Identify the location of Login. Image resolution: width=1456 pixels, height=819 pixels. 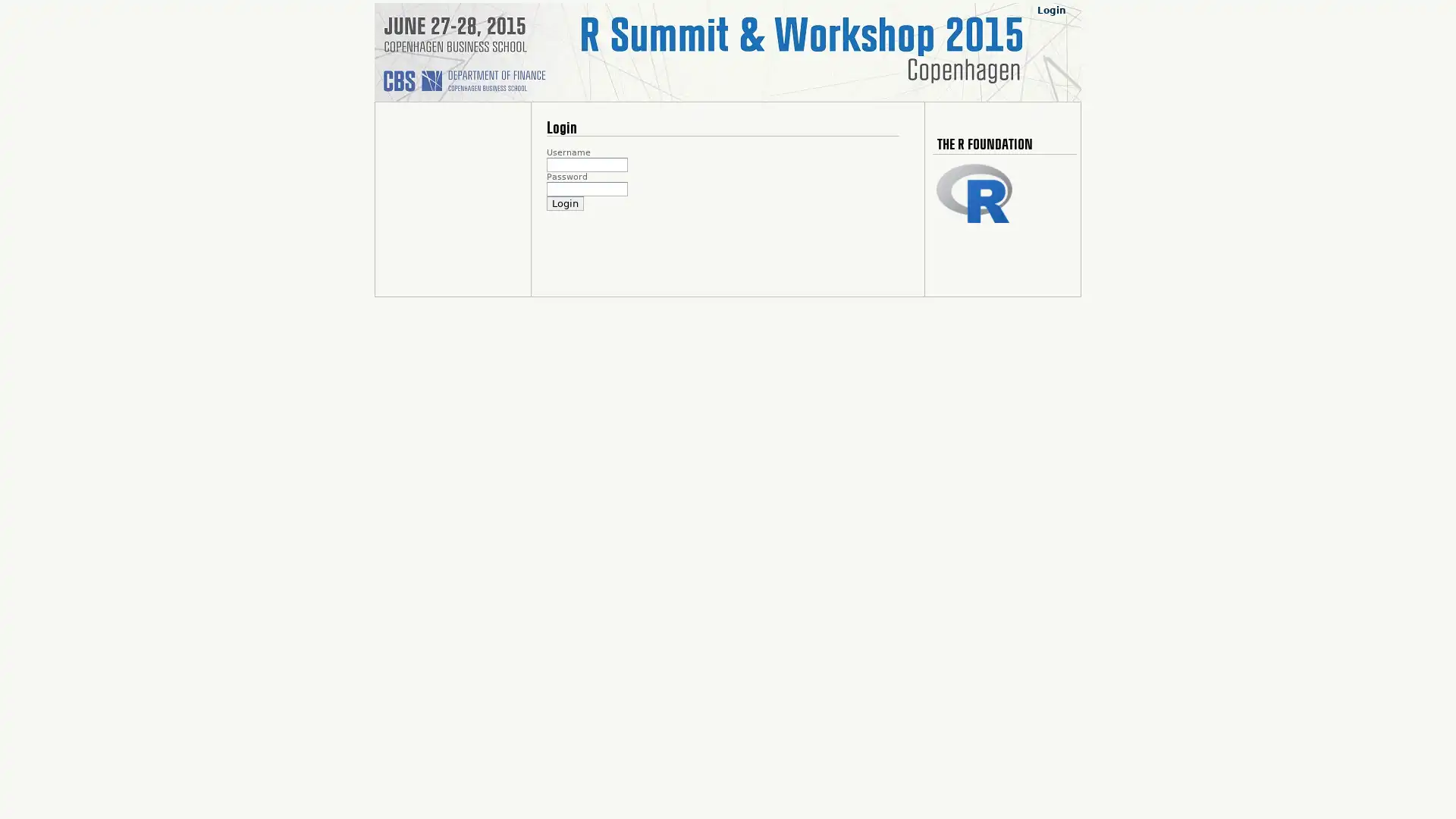
(564, 202).